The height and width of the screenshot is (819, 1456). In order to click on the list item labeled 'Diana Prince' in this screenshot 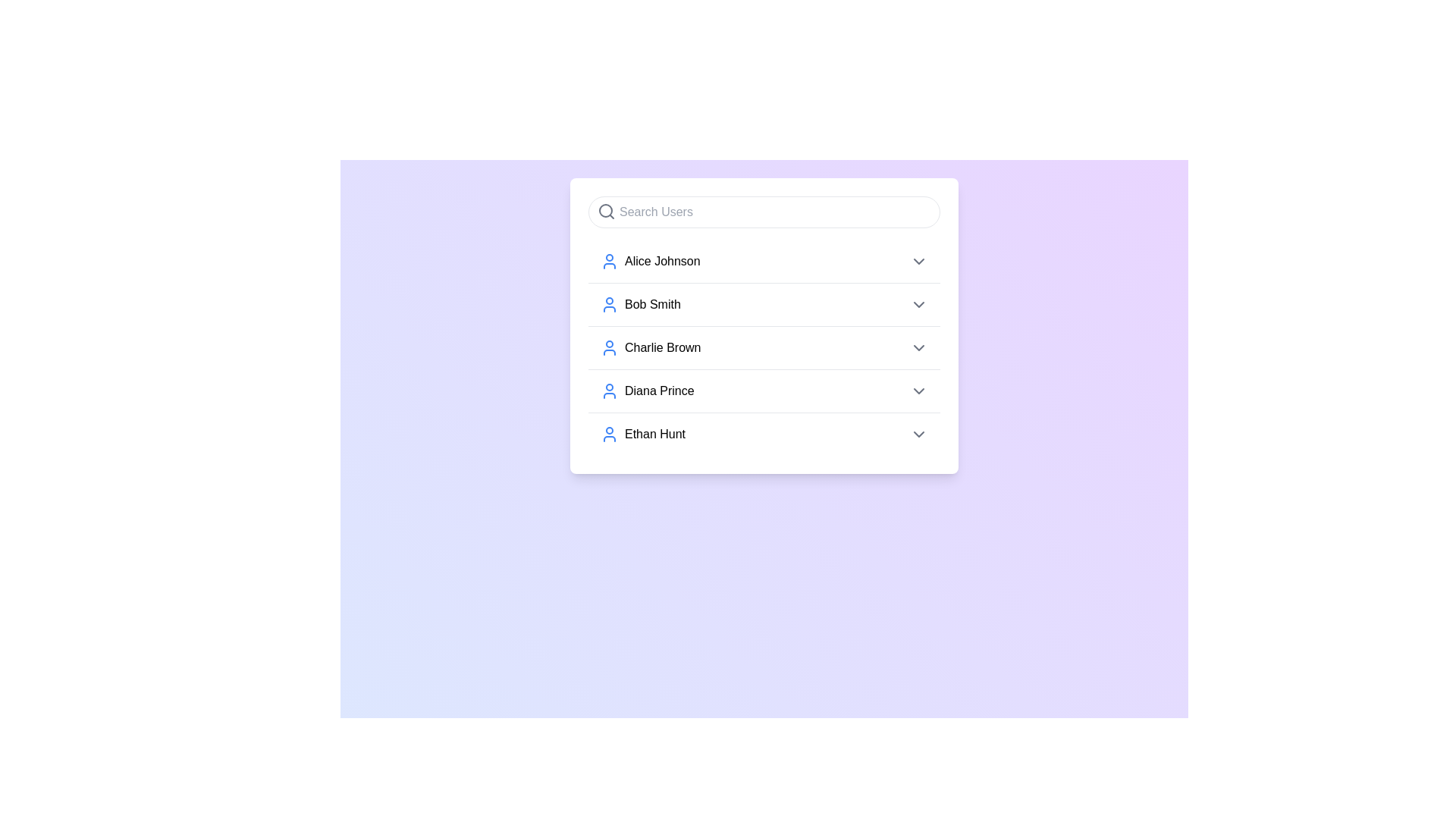, I will do `click(764, 390)`.